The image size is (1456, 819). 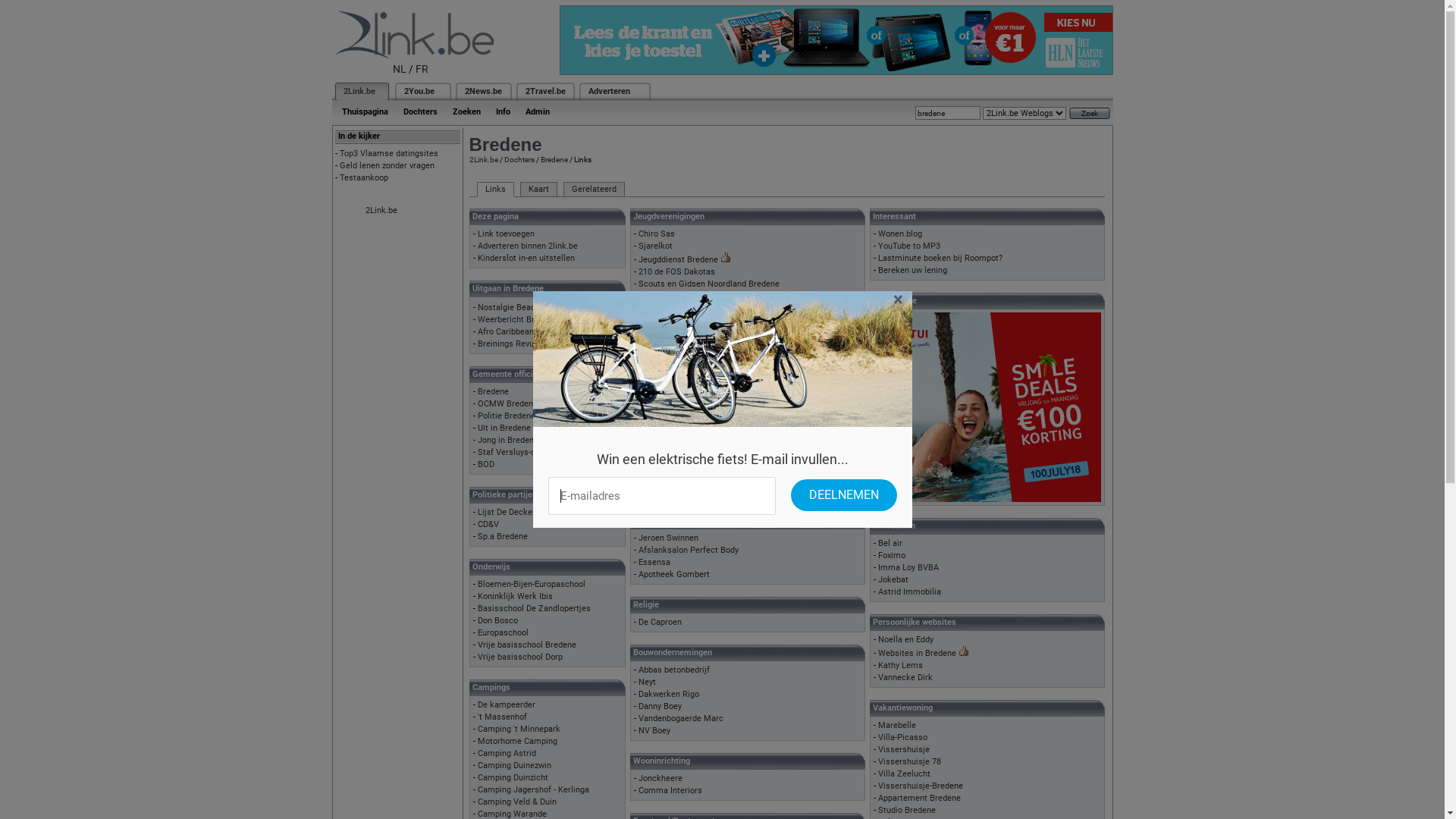 I want to click on 'Thuispagina', so click(x=364, y=111).